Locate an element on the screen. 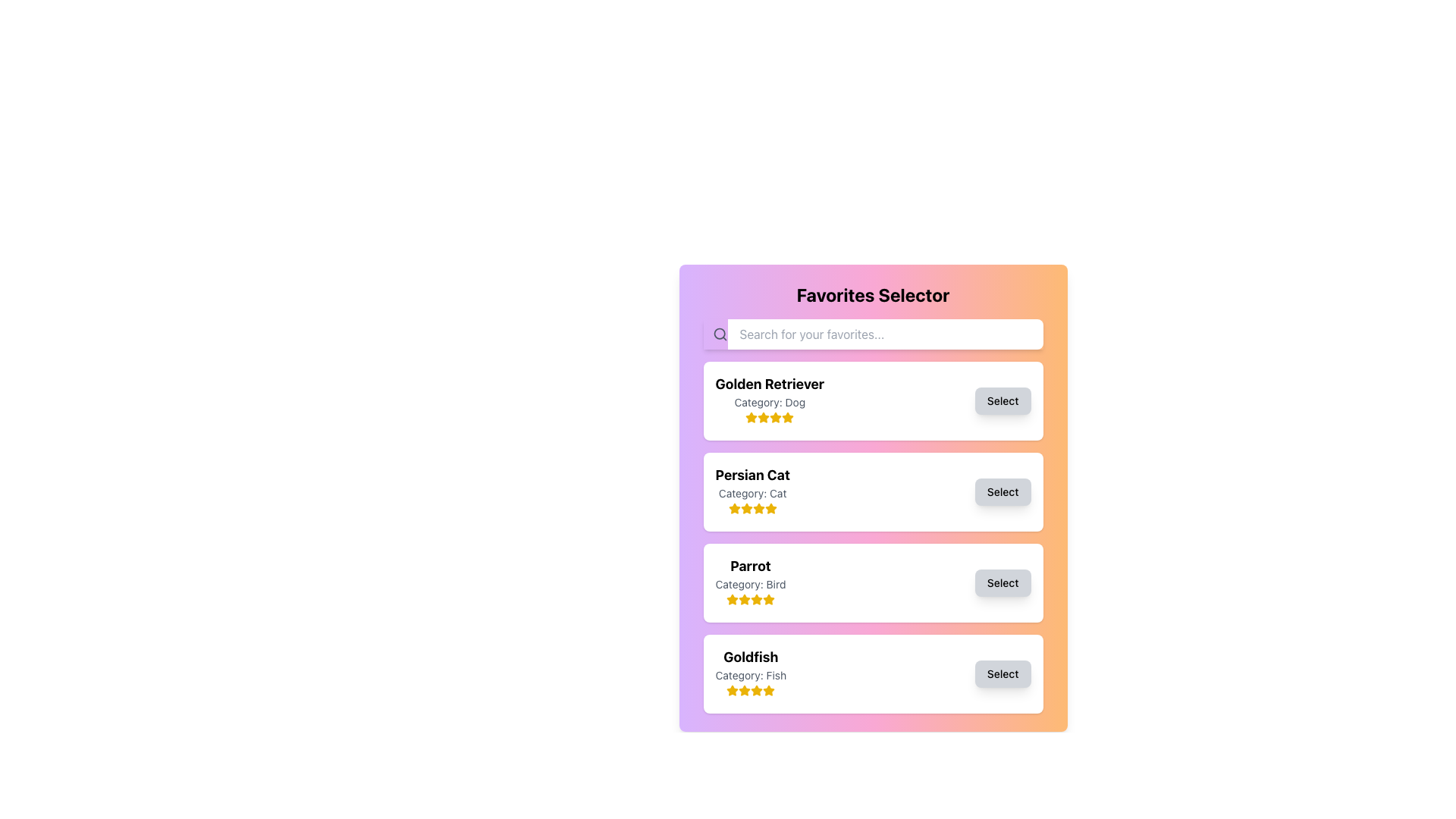  the fourth star icon in the rating display for the 'Persian Cat' item, which indicates its rating level is located at coordinates (746, 508).